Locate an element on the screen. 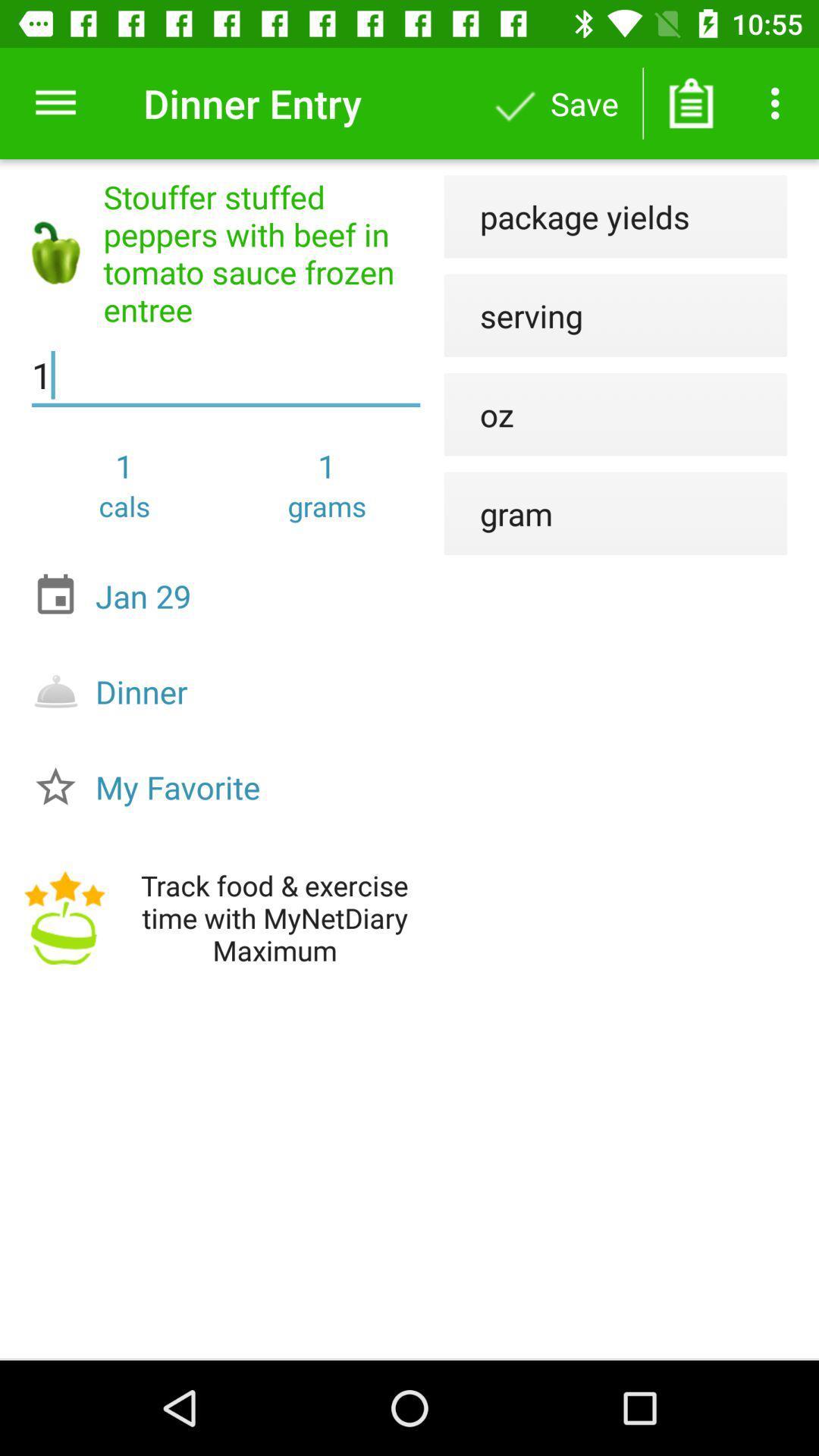 This screenshot has height=1456, width=819. item to the right of 1 is located at coordinates (479, 414).